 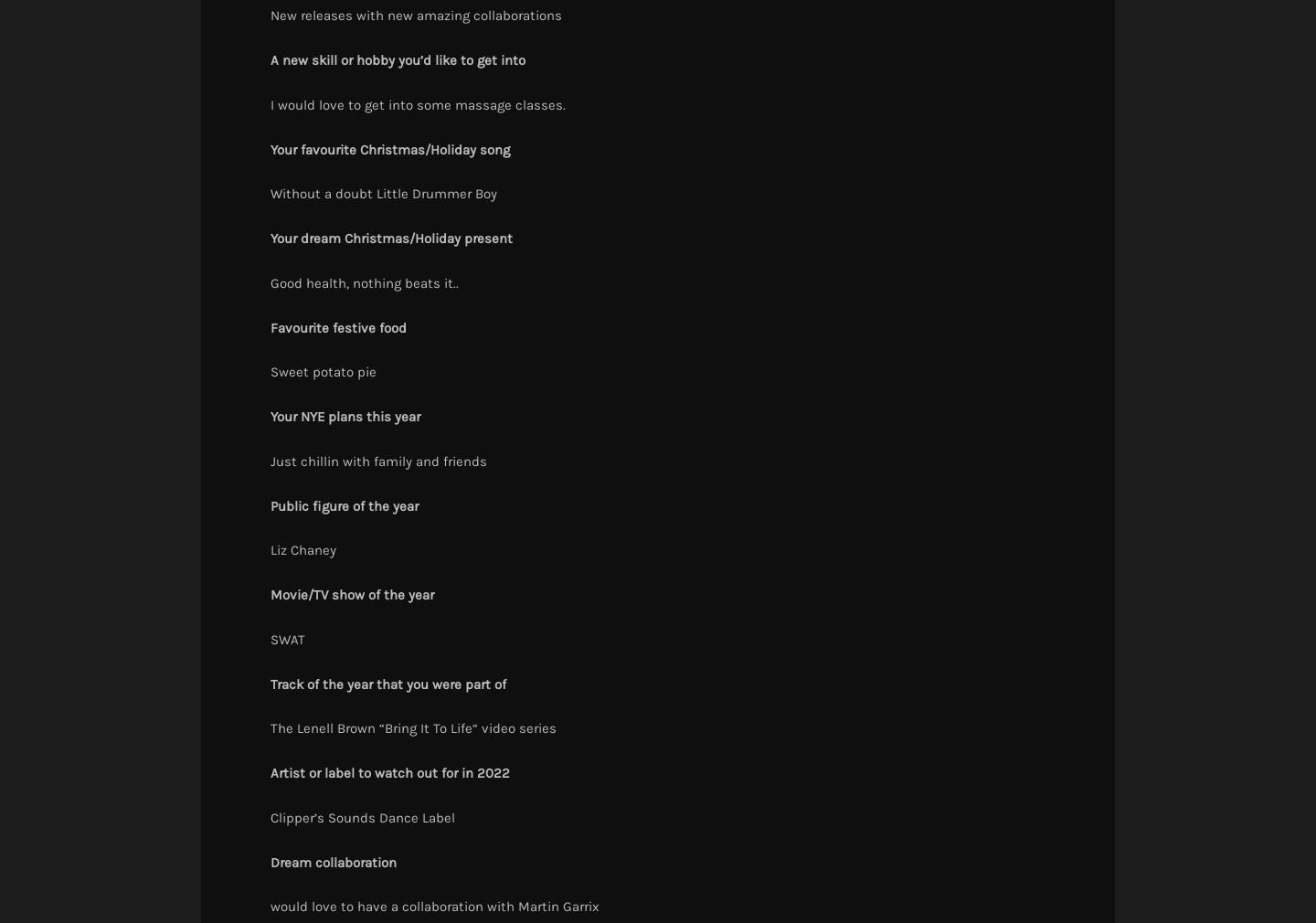 What do you see at coordinates (387, 683) in the screenshot?
I see `'Track of the year that you were part of'` at bounding box center [387, 683].